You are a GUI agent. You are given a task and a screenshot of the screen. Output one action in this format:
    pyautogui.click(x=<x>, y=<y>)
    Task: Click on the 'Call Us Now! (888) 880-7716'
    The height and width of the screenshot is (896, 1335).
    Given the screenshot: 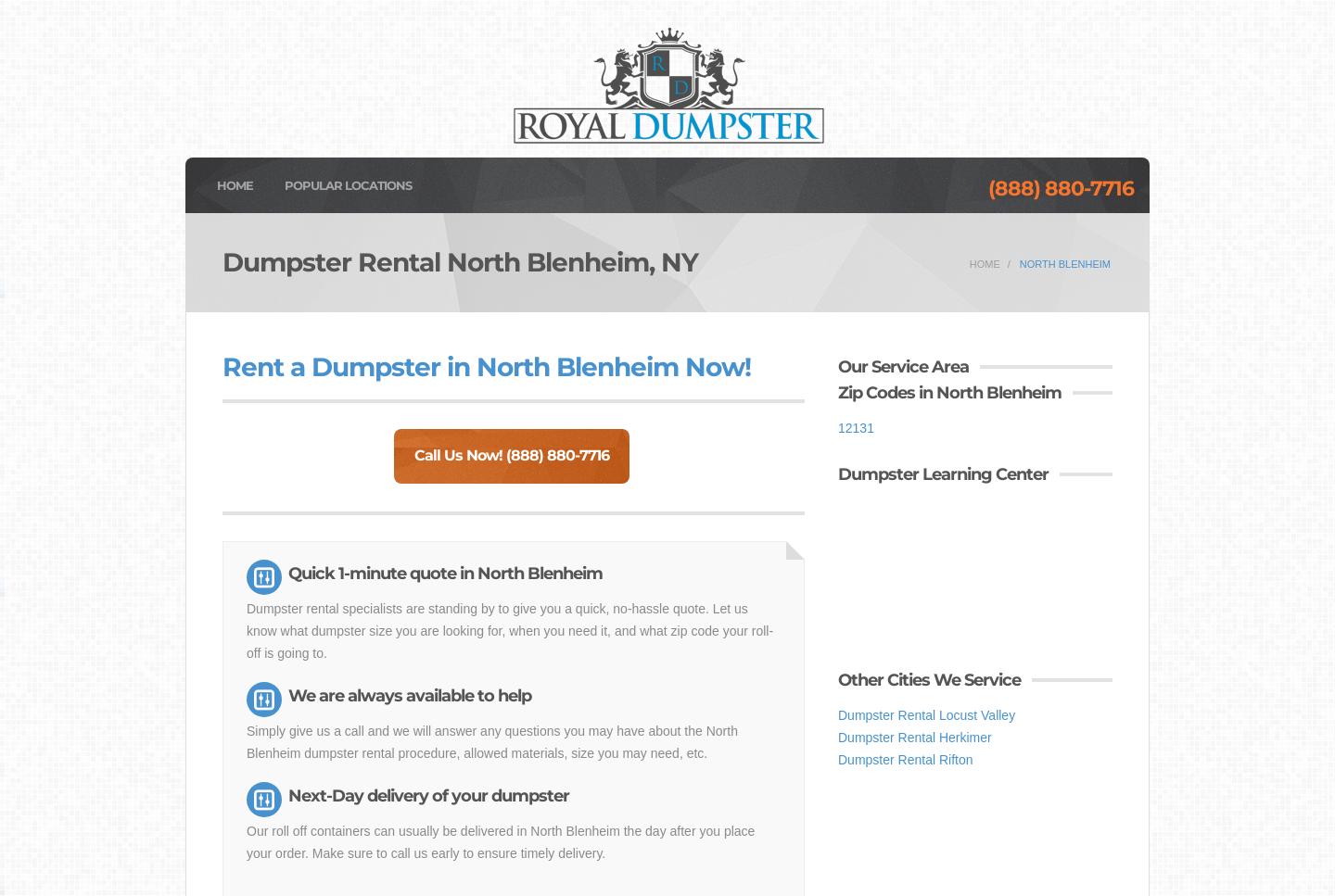 What is the action you would take?
    pyautogui.click(x=510, y=454)
    